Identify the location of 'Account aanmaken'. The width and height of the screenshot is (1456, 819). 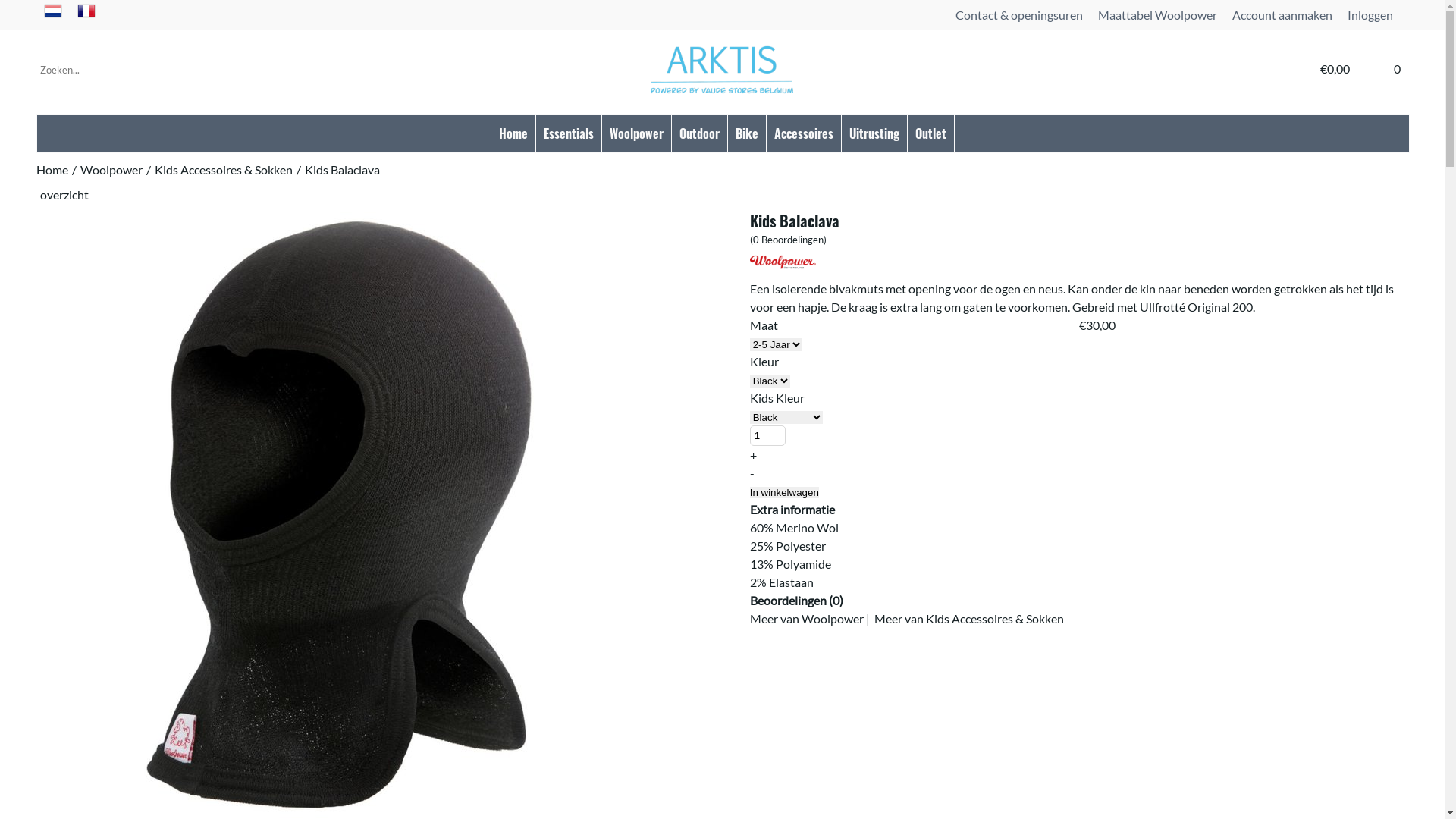
(1281, 14).